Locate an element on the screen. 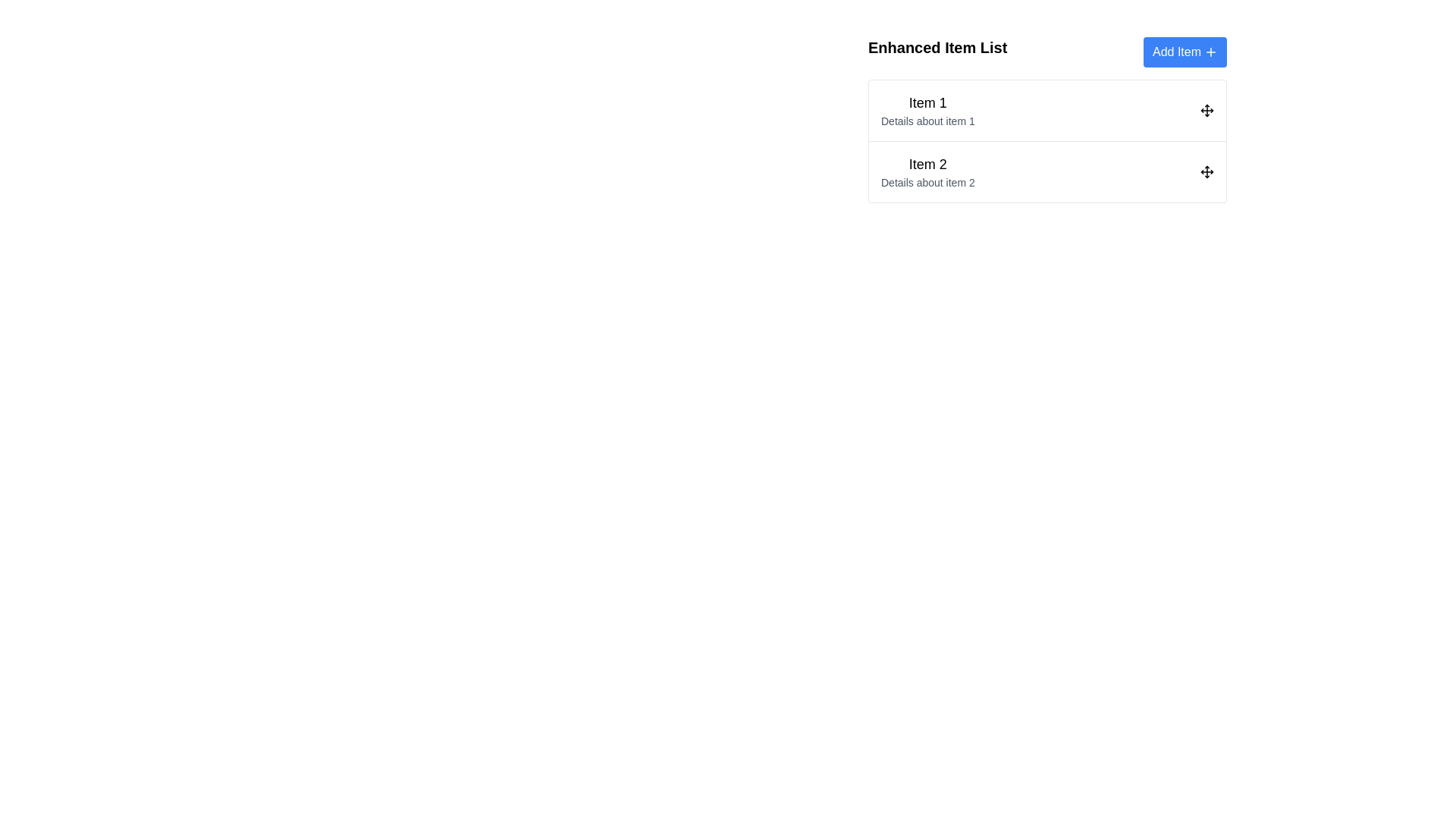 This screenshot has height=819, width=1456. text content of the text block displaying 'Details about item 1', located below the main title 'Item 1' in the first item card is located at coordinates (927, 120).